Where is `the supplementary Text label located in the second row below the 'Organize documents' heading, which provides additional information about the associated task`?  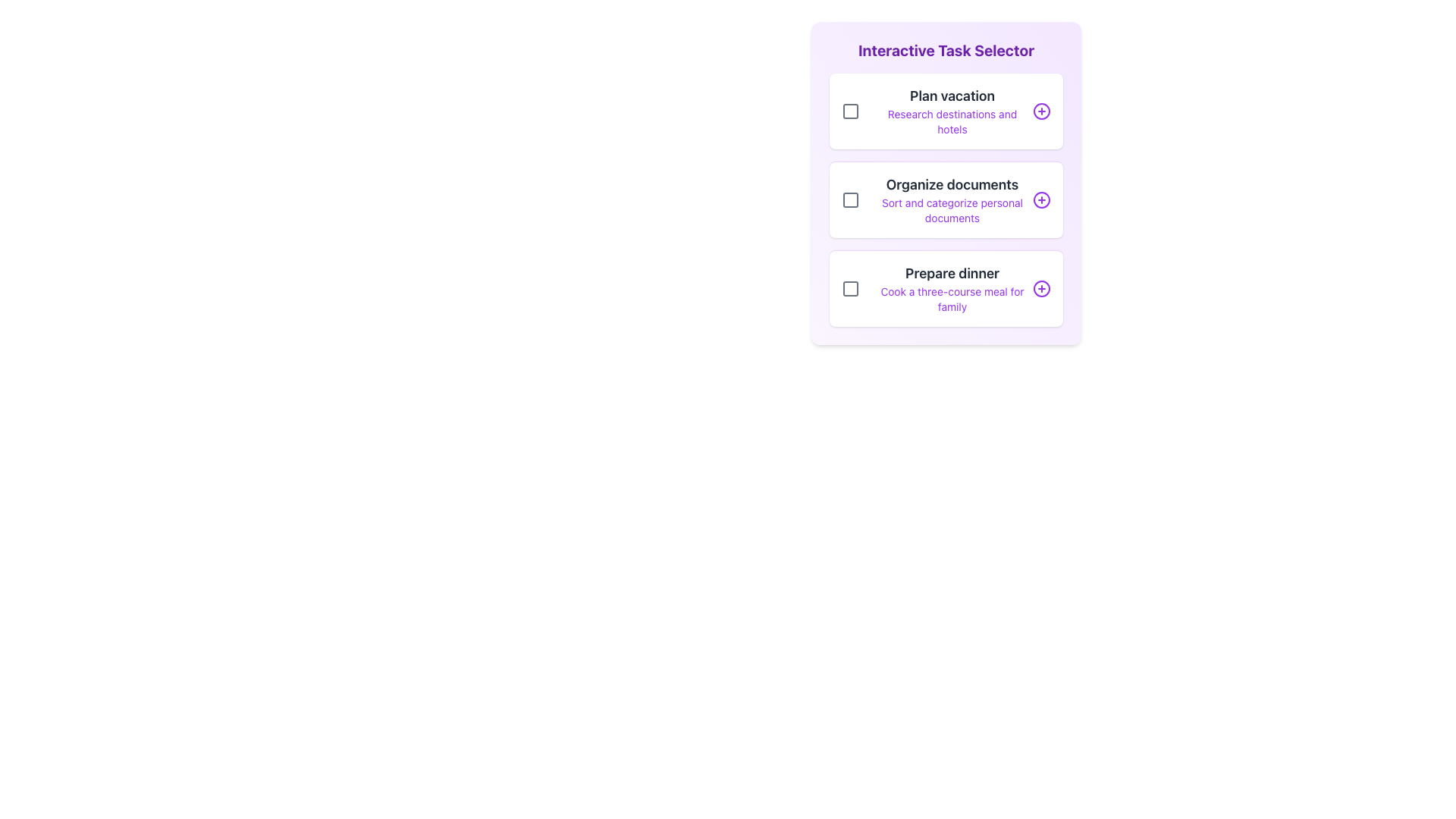
the supplementary Text label located in the second row below the 'Organize documents' heading, which provides additional information about the associated task is located at coordinates (952, 210).